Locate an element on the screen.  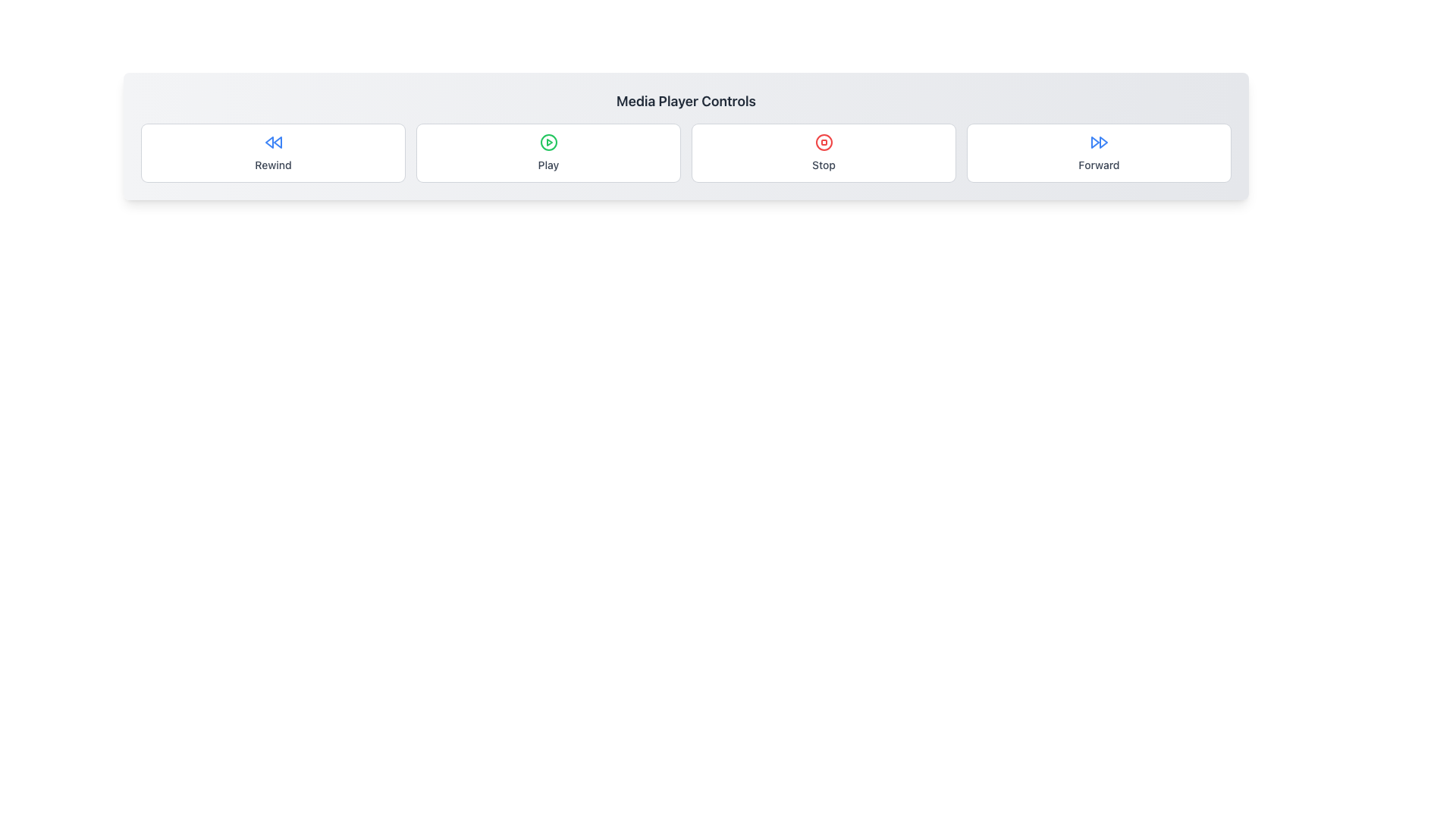
the 'Stop' button, which is a rectangular button with a white background and a red circular 'Stop' icon, to trigger visual feedback is located at coordinates (823, 152).